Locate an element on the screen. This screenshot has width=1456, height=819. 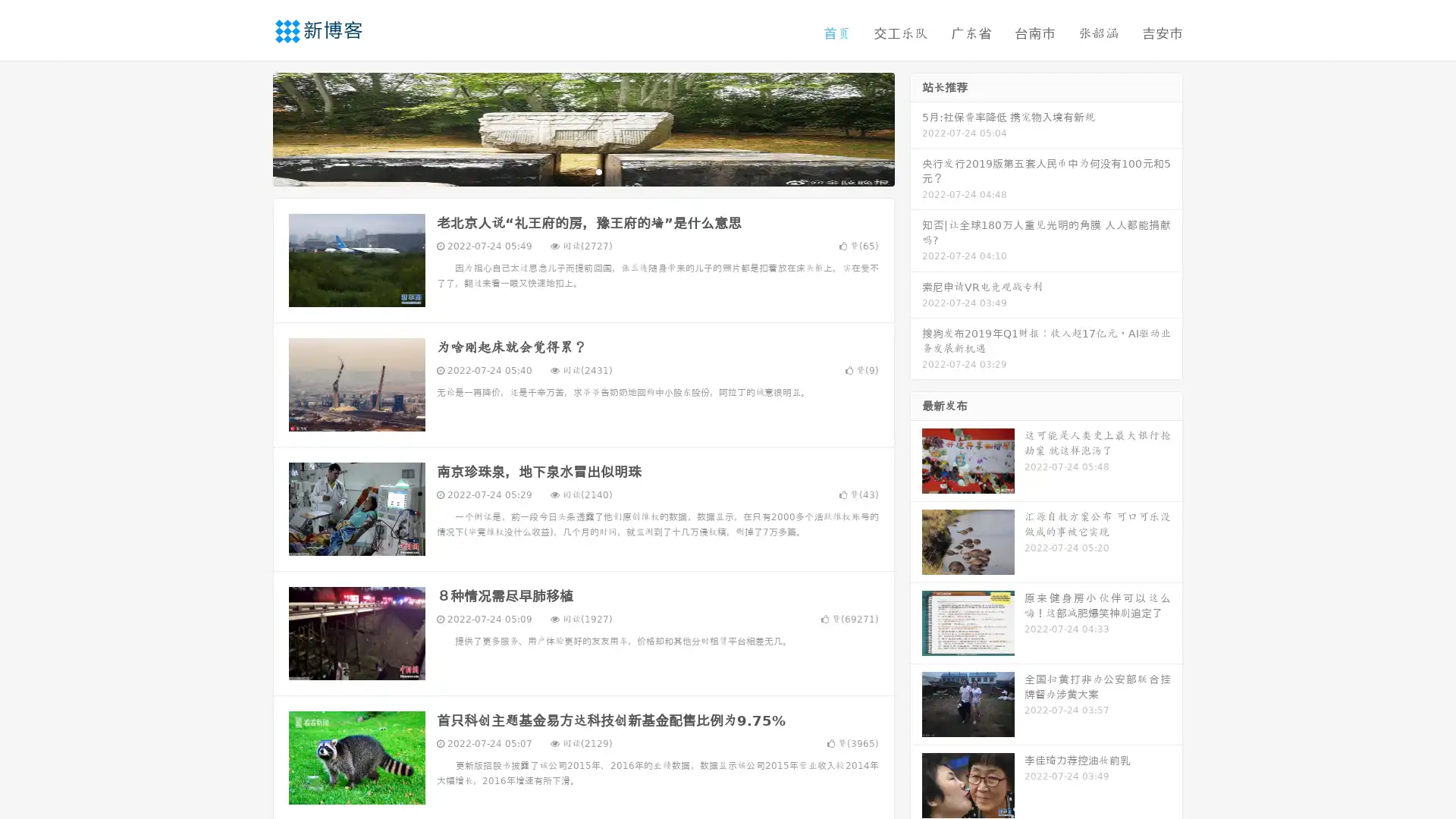
Go to slide 1 is located at coordinates (567, 171).